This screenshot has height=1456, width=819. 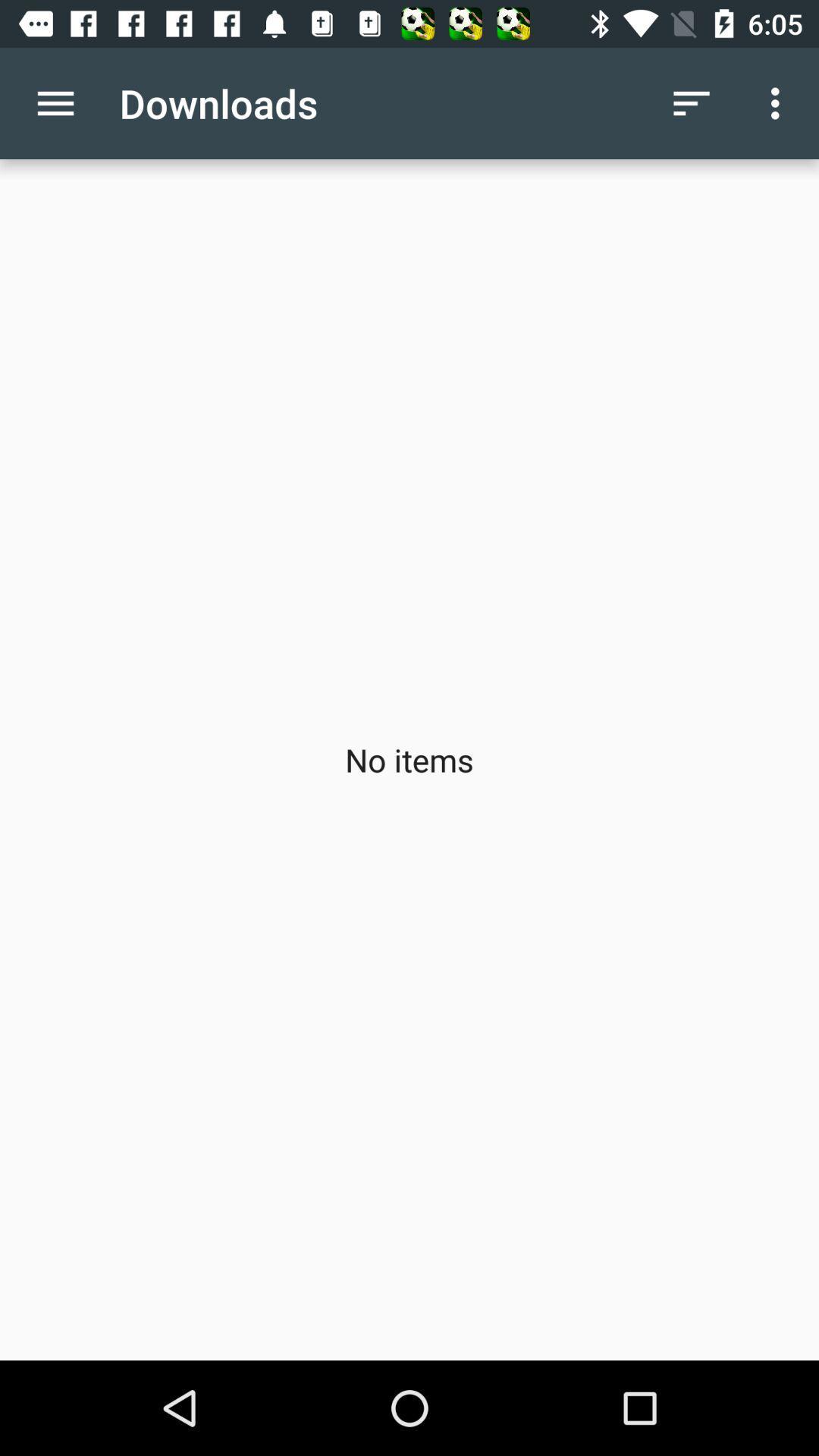 What do you see at coordinates (779, 102) in the screenshot?
I see `app above no items icon` at bounding box center [779, 102].